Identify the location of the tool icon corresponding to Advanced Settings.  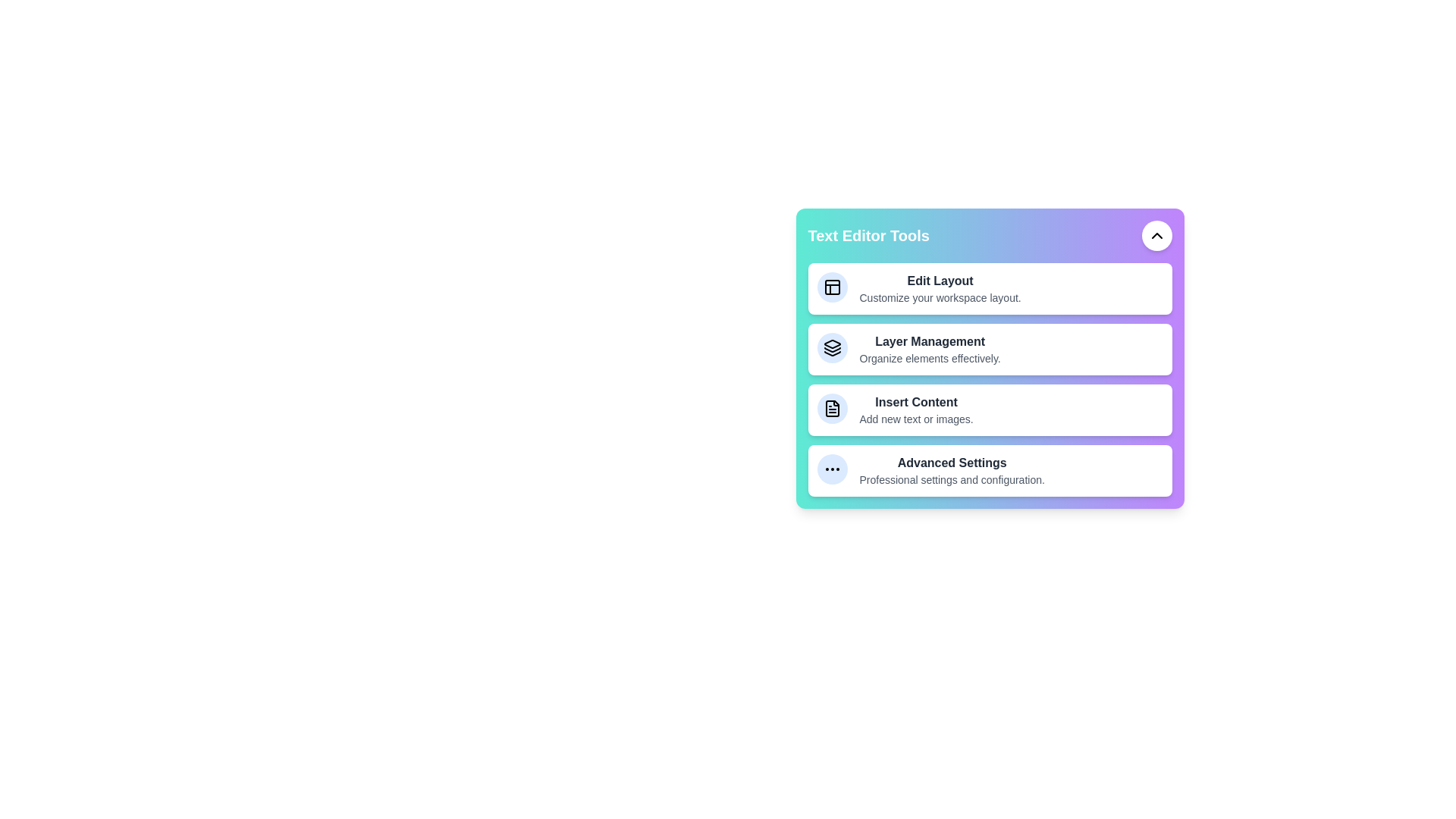
(831, 468).